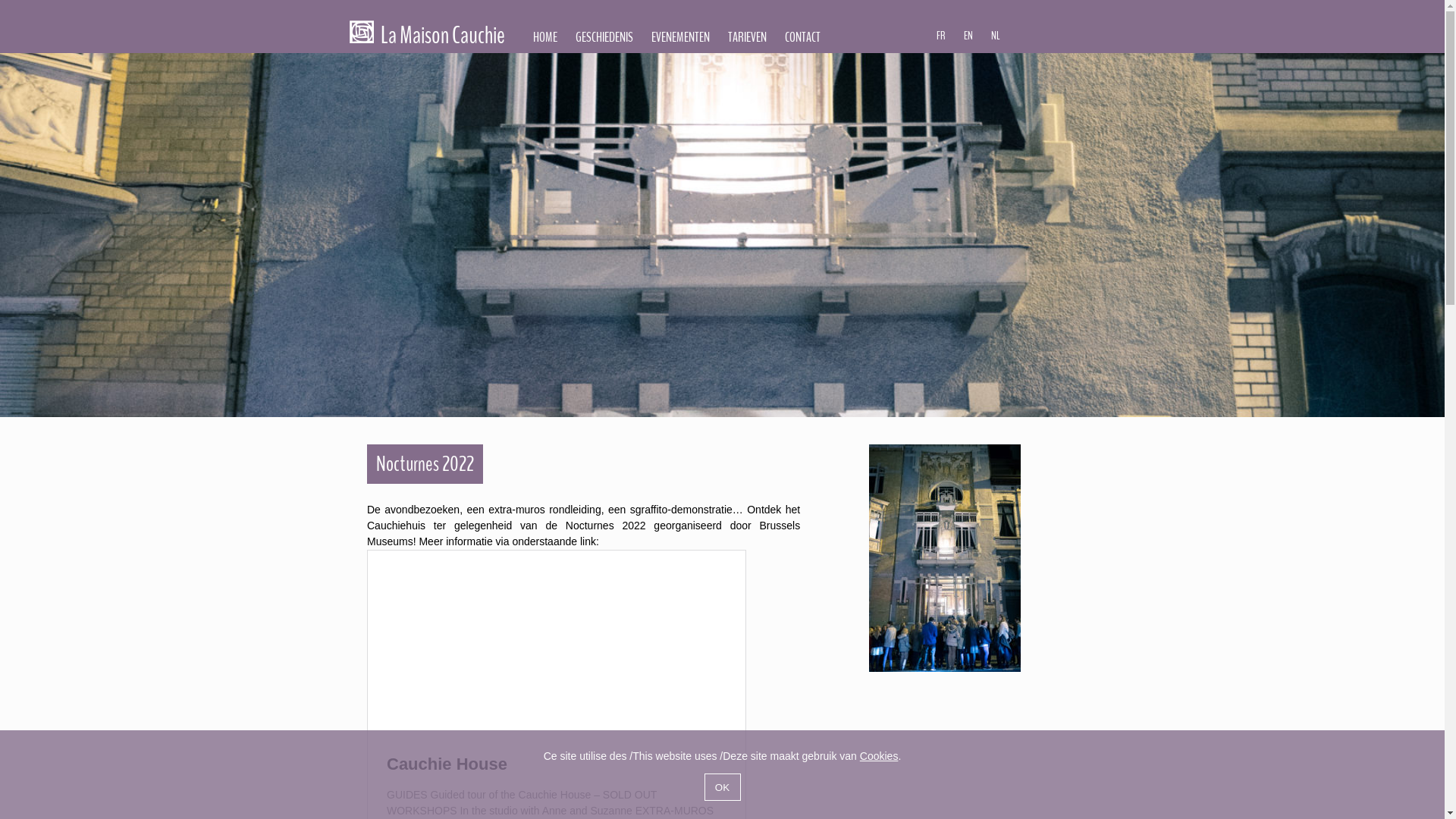  What do you see at coordinates (427, 38) in the screenshot?
I see `'La Maison Cauchie'` at bounding box center [427, 38].